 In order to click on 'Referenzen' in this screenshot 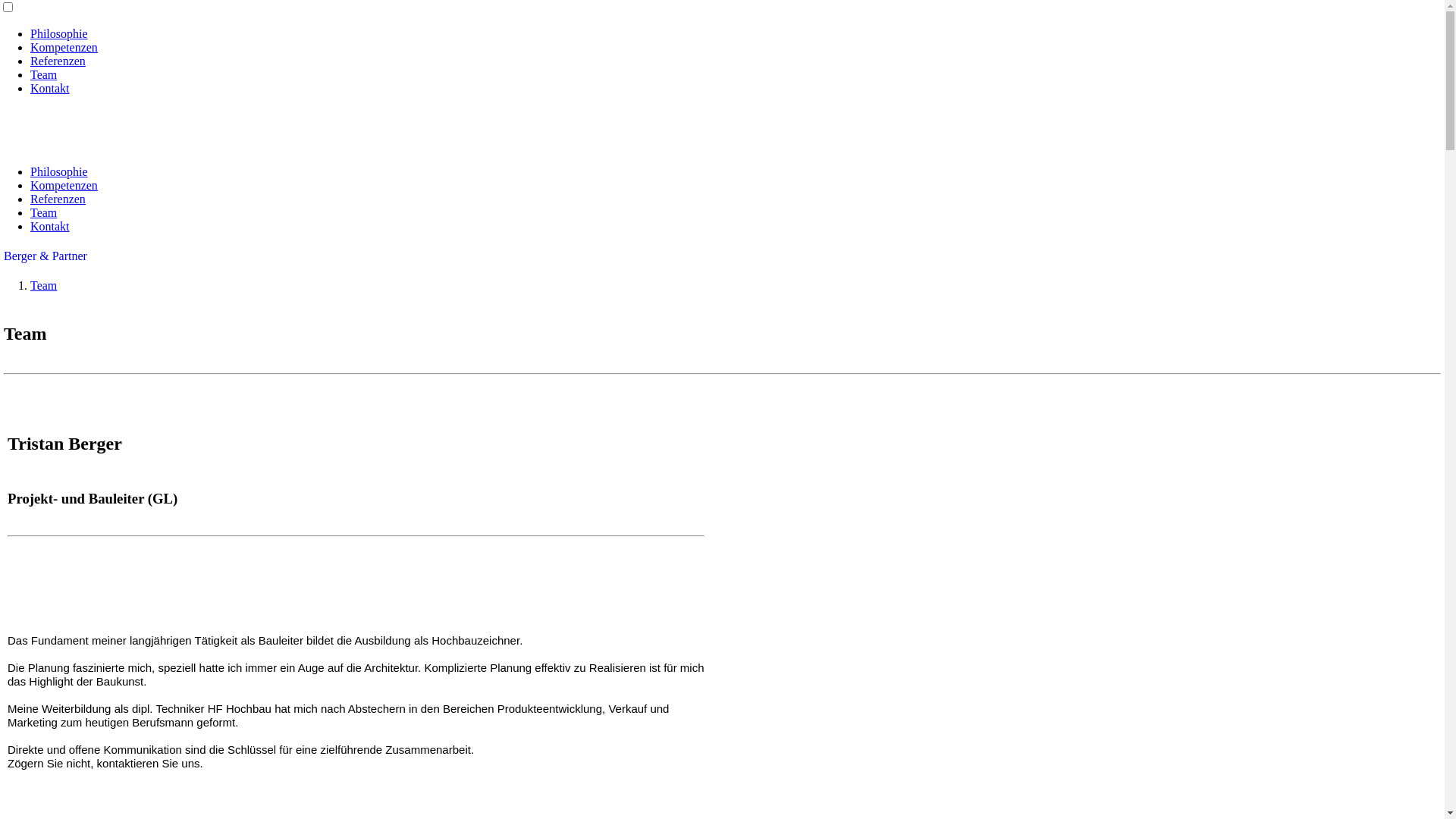, I will do `click(58, 60)`.